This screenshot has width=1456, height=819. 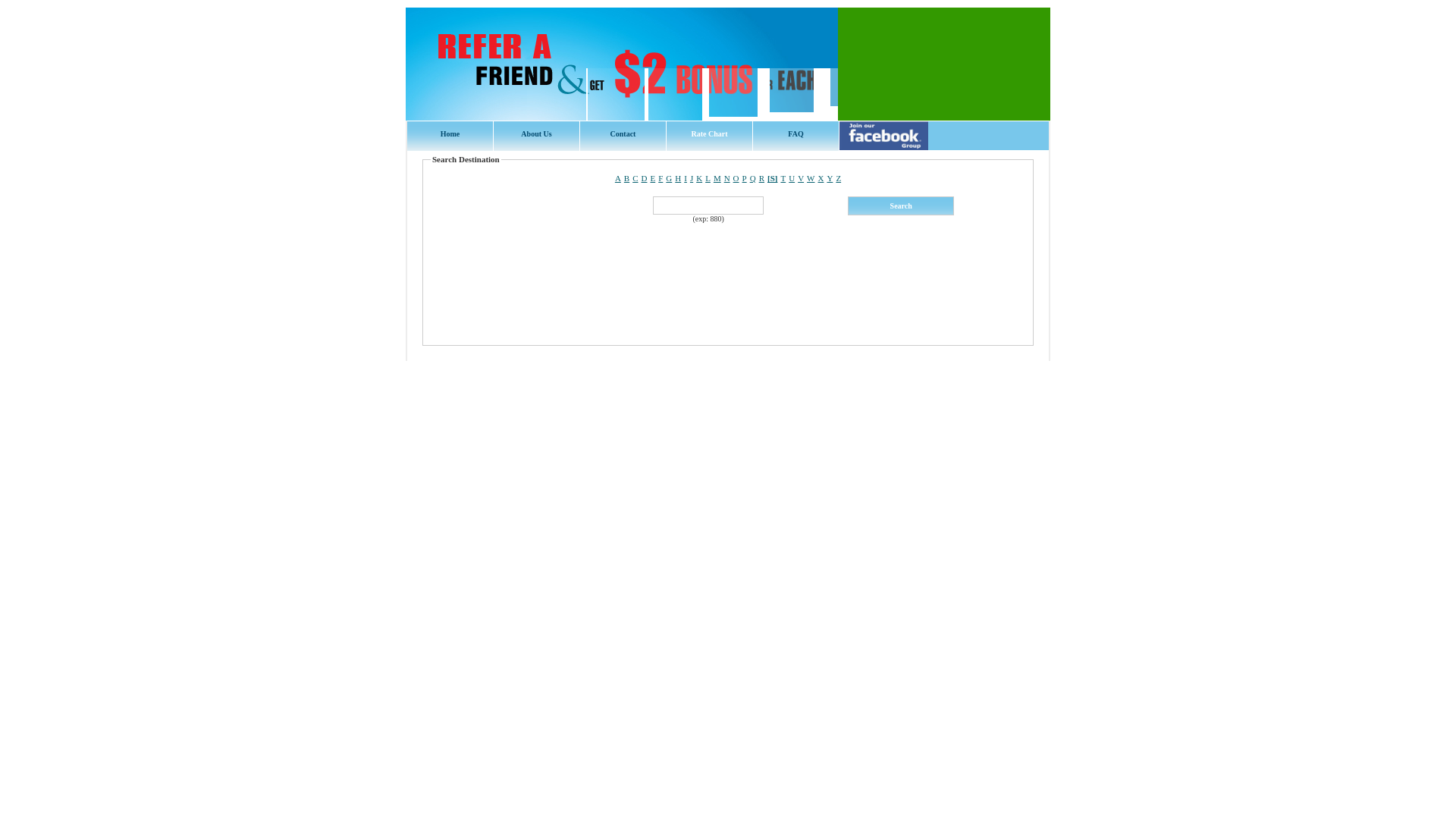 I want to click on 'Q', so click(x=749, y=177).